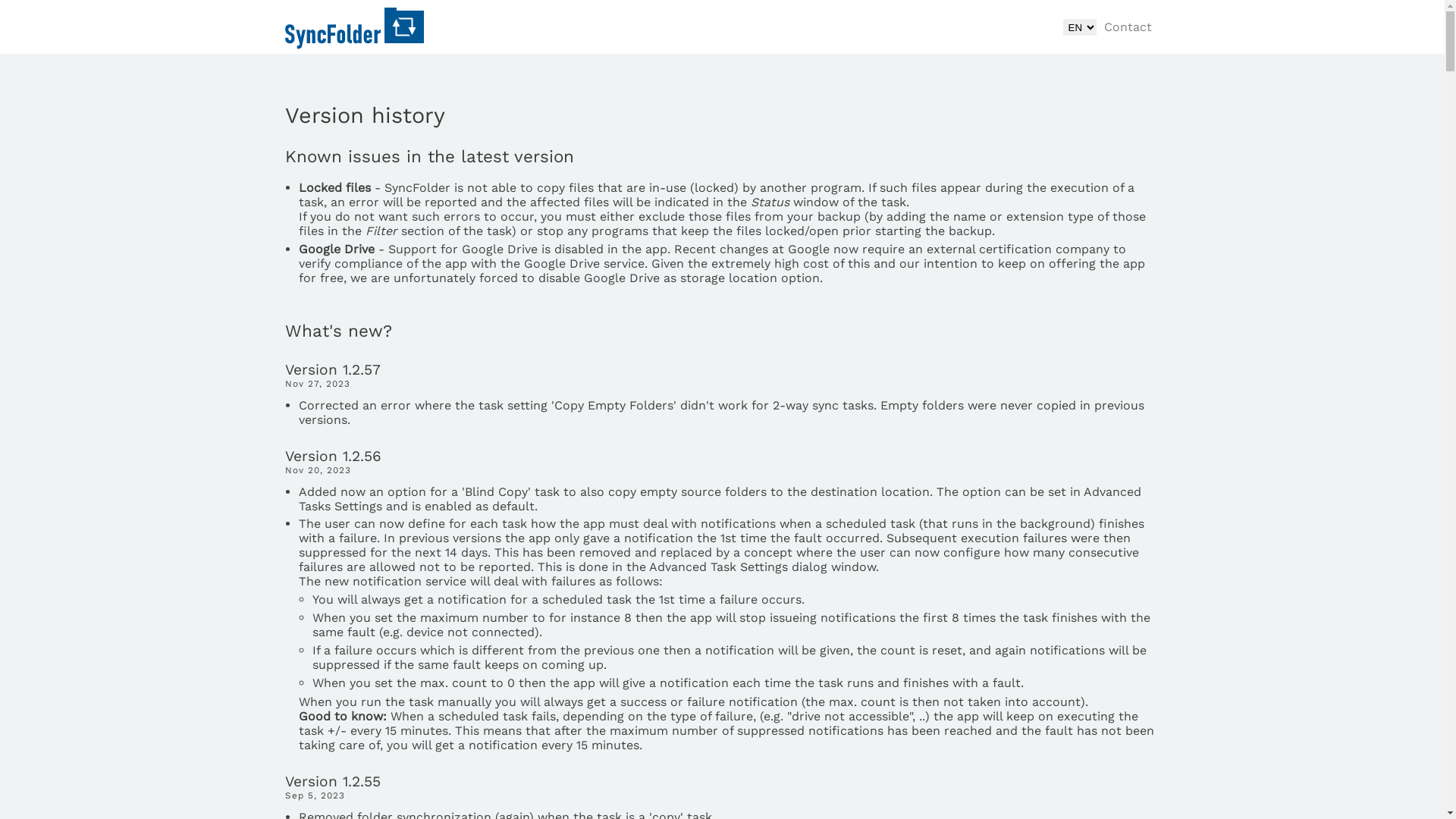 The image size is (1456, 819). I want to click on 'SyncFolder home', so click(353, 28).